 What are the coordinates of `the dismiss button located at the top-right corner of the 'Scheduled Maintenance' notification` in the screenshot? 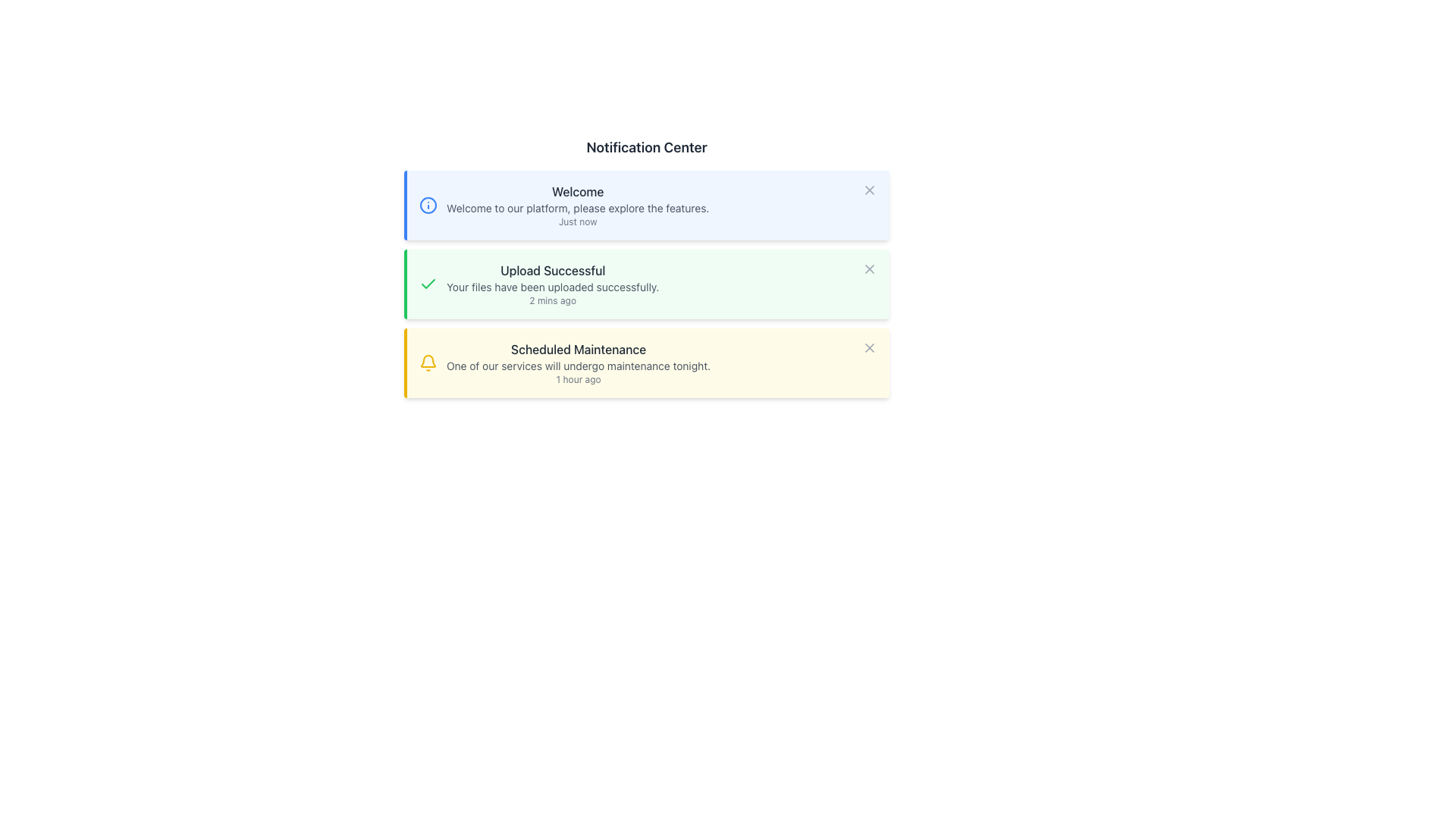 It's located at (870, 348).